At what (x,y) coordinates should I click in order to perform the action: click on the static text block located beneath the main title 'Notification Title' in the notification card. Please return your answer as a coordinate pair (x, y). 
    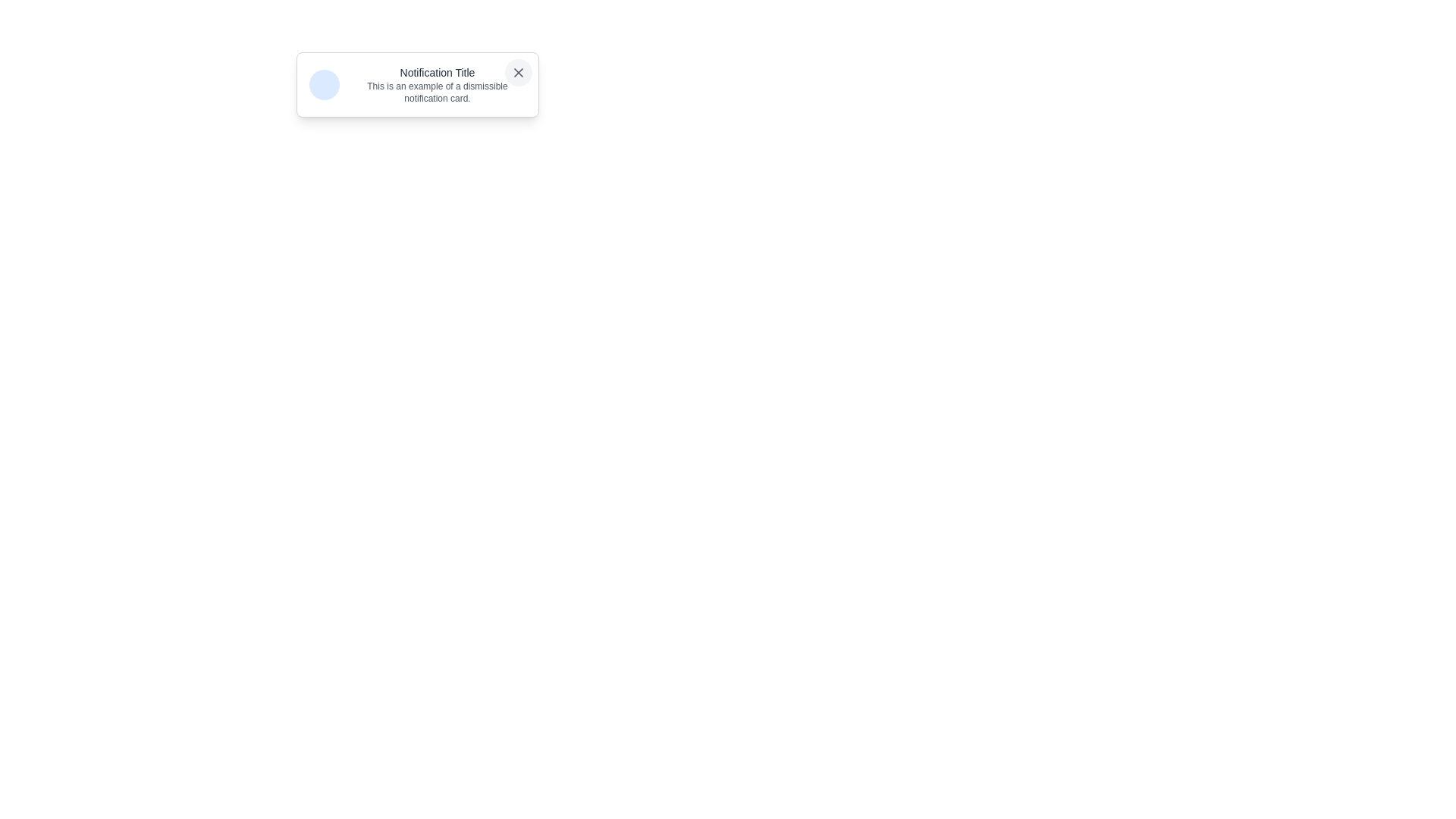
    Looking at the image, I should click on (436, 93).